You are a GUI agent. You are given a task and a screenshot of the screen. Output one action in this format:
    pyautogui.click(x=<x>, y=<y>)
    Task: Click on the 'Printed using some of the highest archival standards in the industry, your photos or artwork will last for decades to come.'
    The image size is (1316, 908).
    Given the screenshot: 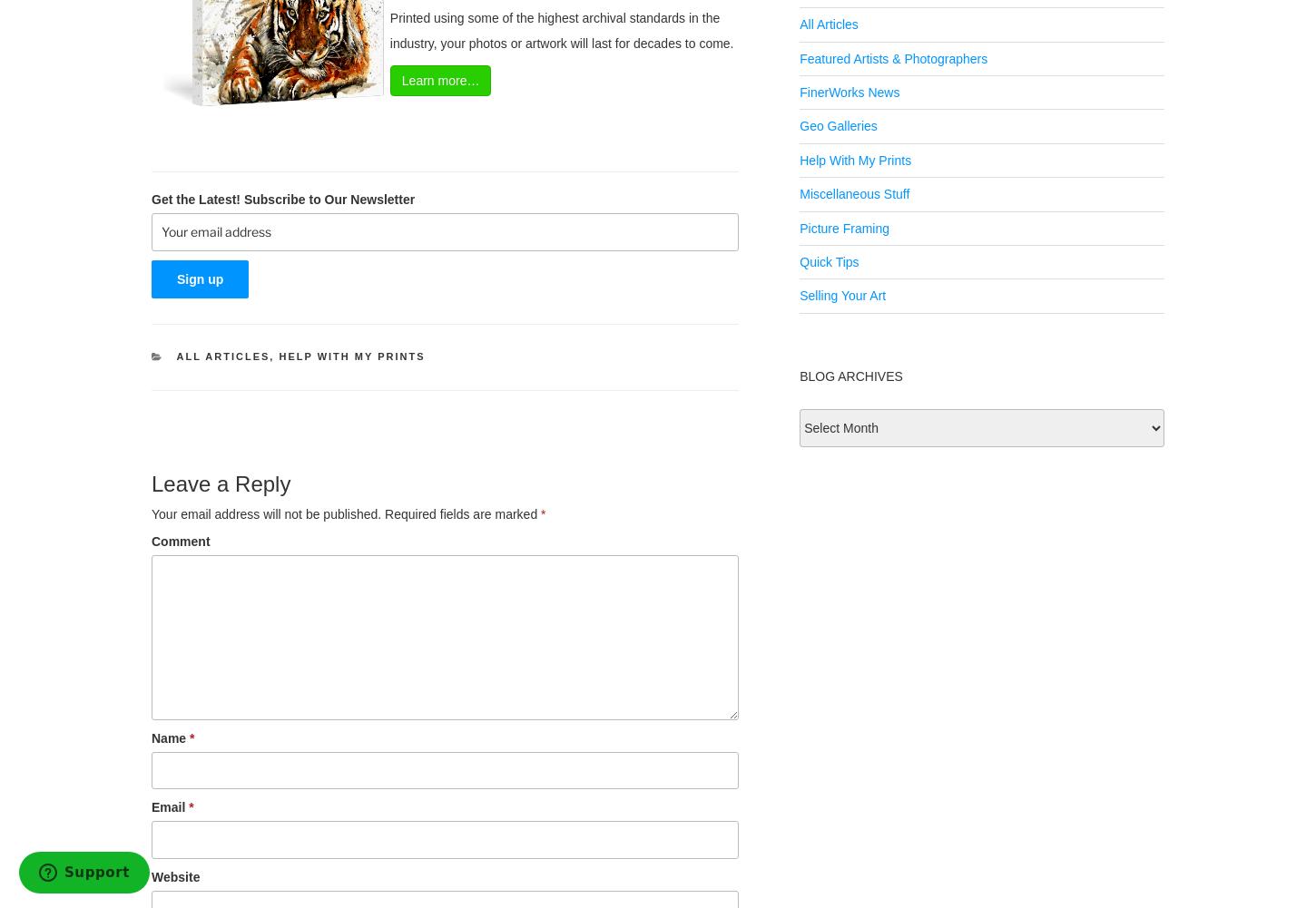 What is the action you would take?
    pyautogui.click(x=388, y=31)
    